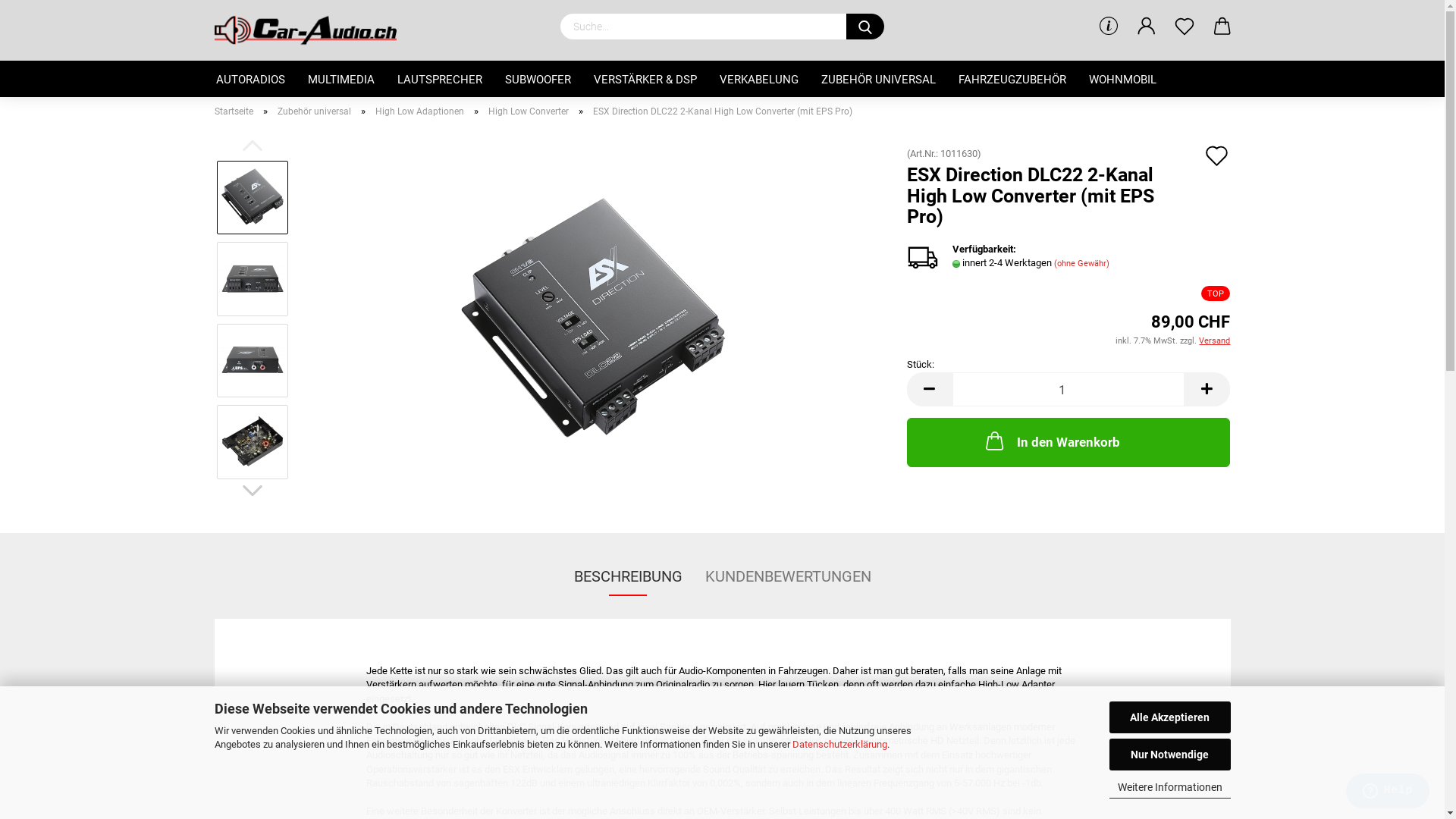 The width and height of the screenshot is (1456, 819). Describe the element at coordinates (759, 79) in the screenshot. I see `'VERKABELUNG'` at that location.